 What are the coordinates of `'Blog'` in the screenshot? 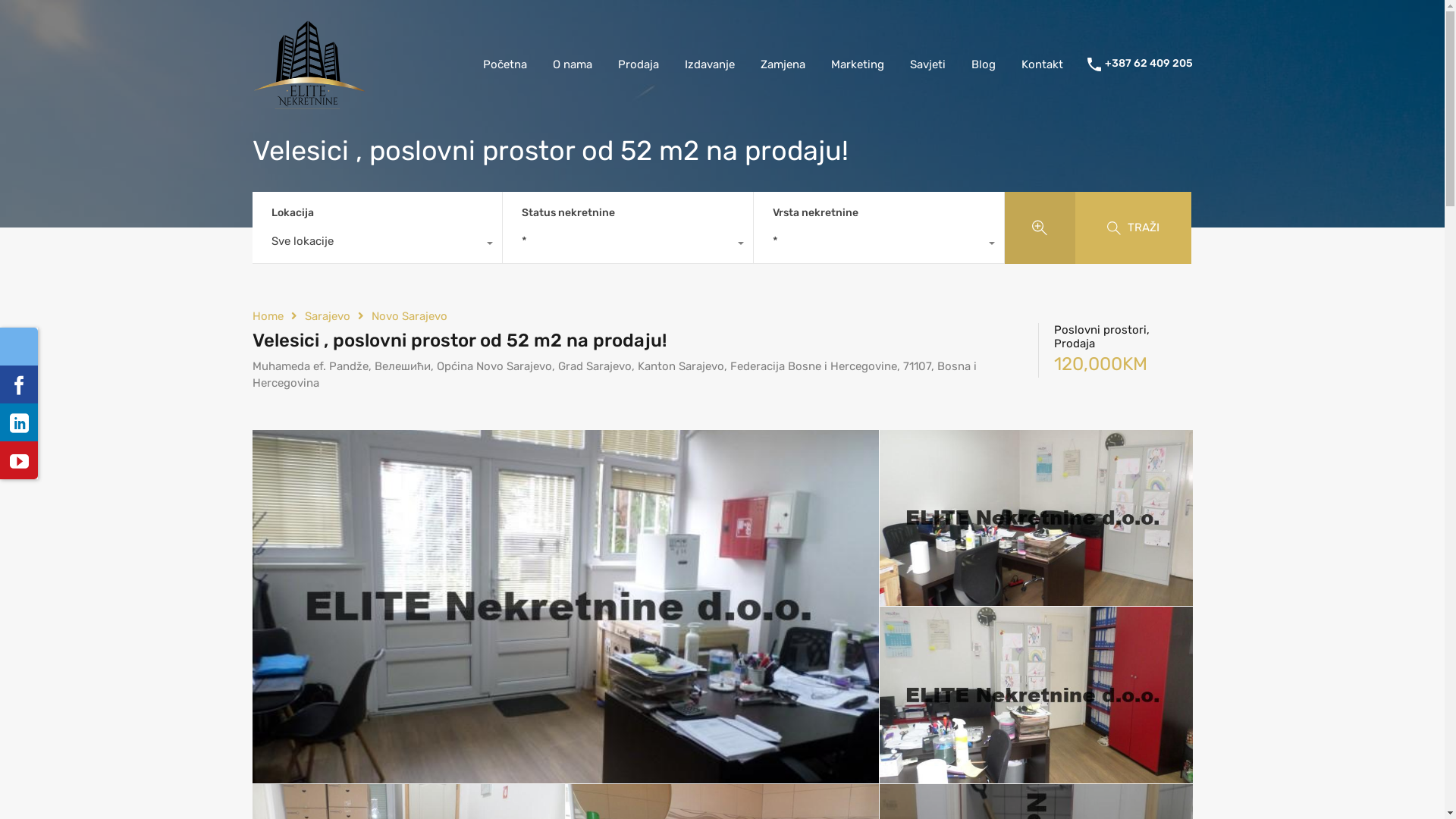 It's located at (983, 63).